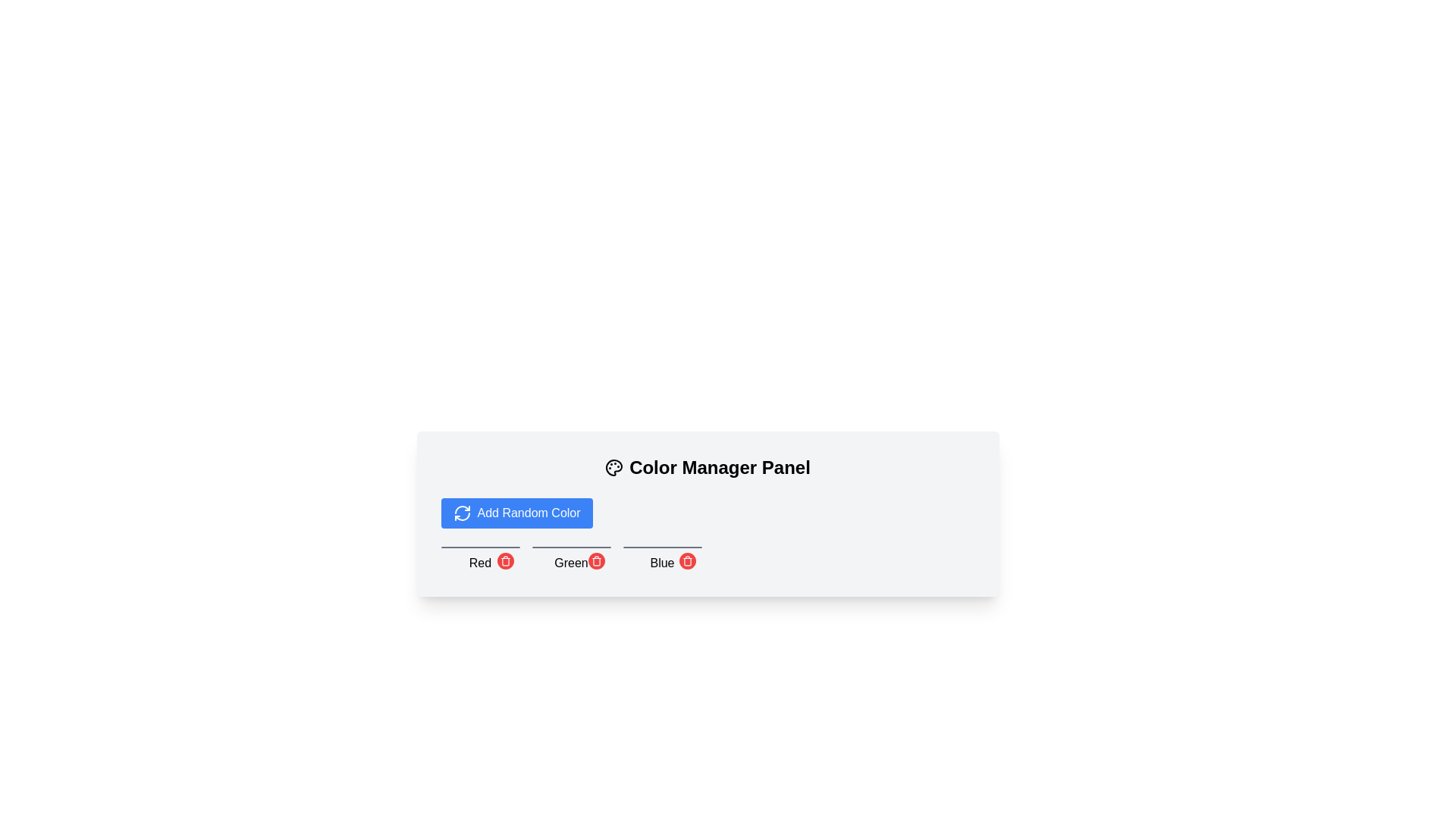  I want to click on keyboard navigation, so click(686, 562).